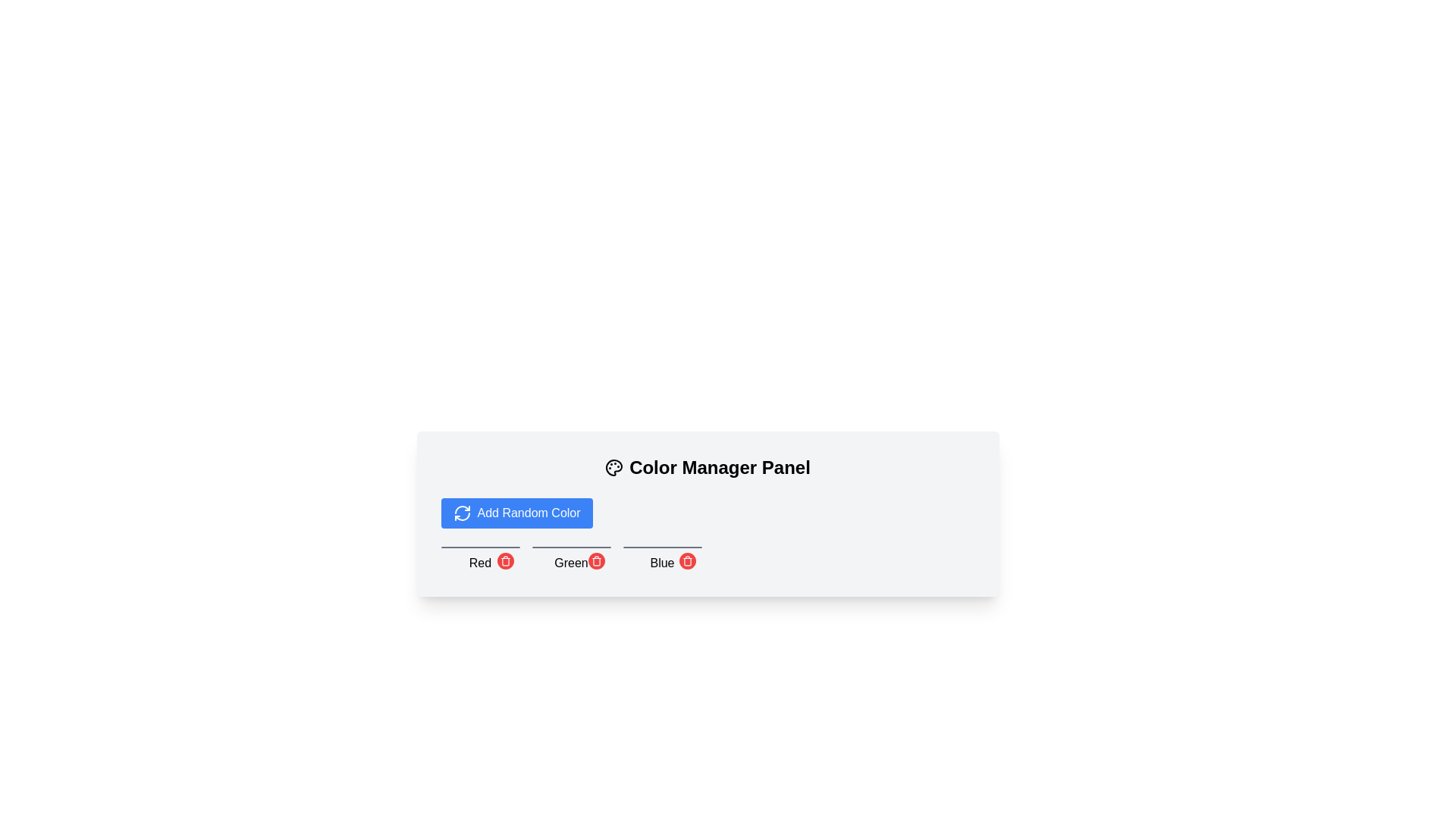  I want to click on keyboard navigation, so click(686, 562).